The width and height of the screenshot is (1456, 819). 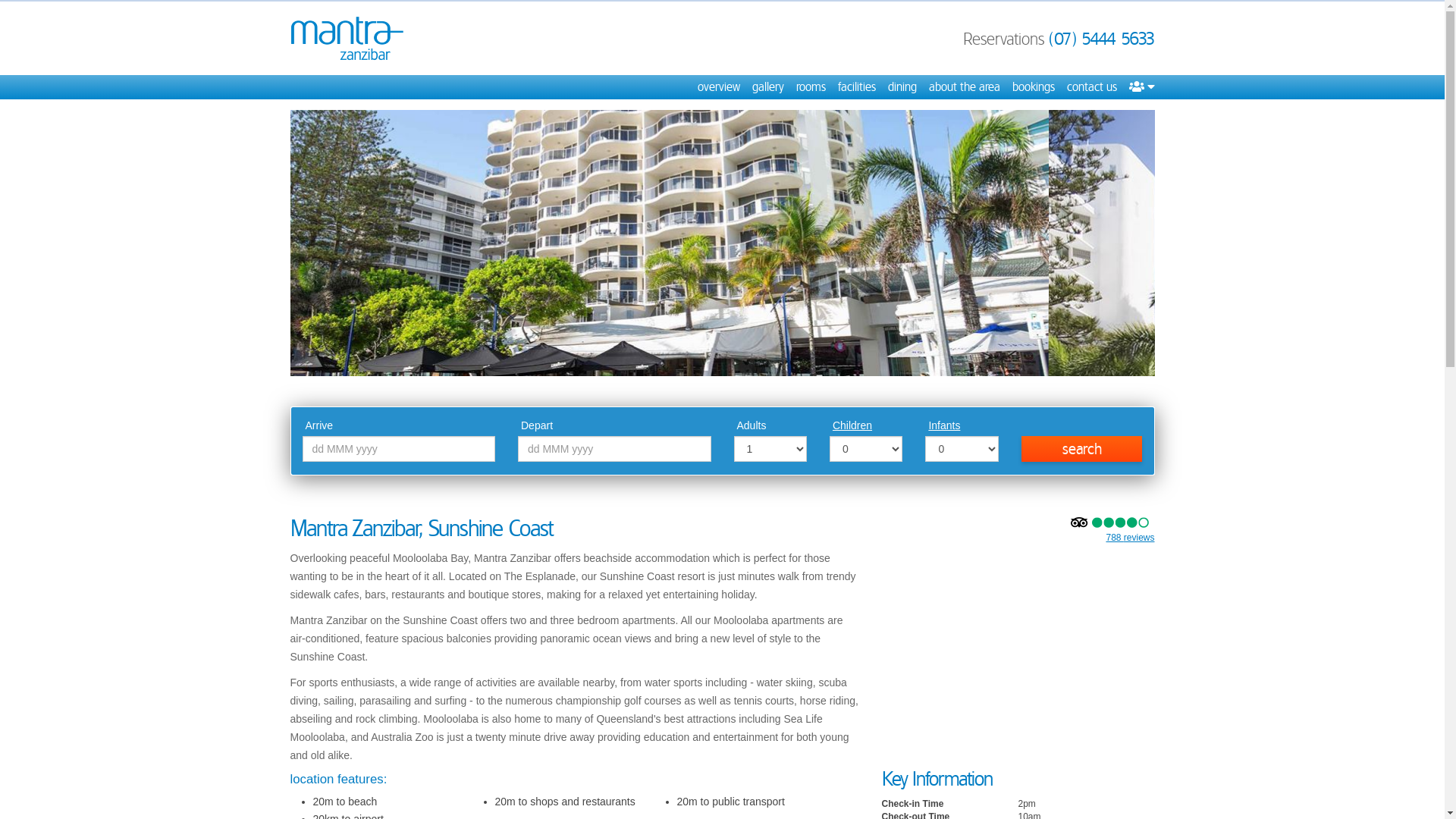 What do you see at coordinates (1032, 87) in the screenshot?
I see `'bookings'` at bounding box center [1032, 87].